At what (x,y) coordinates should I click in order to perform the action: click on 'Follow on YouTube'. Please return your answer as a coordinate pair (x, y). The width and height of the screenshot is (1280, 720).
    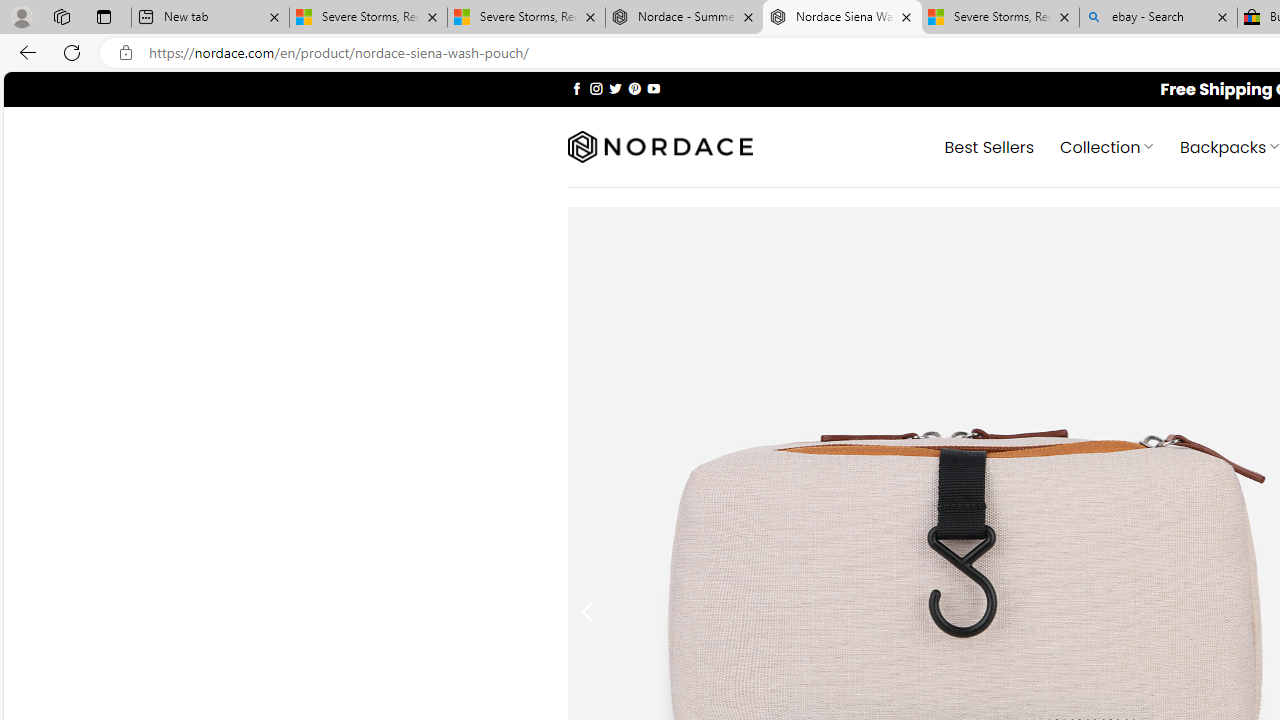
    Looking at the image, I should click on (653, 87).